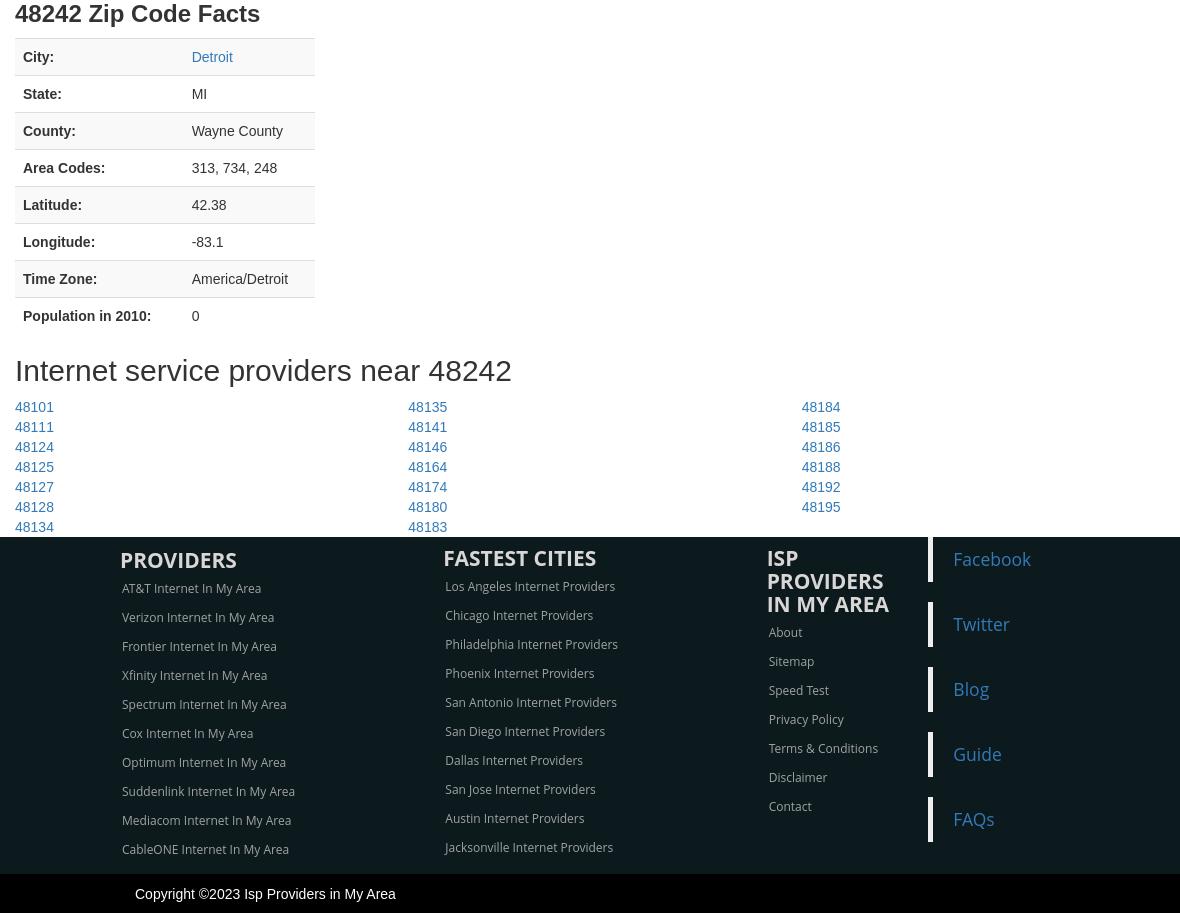  I want to click on '48128', so click(32, 505).